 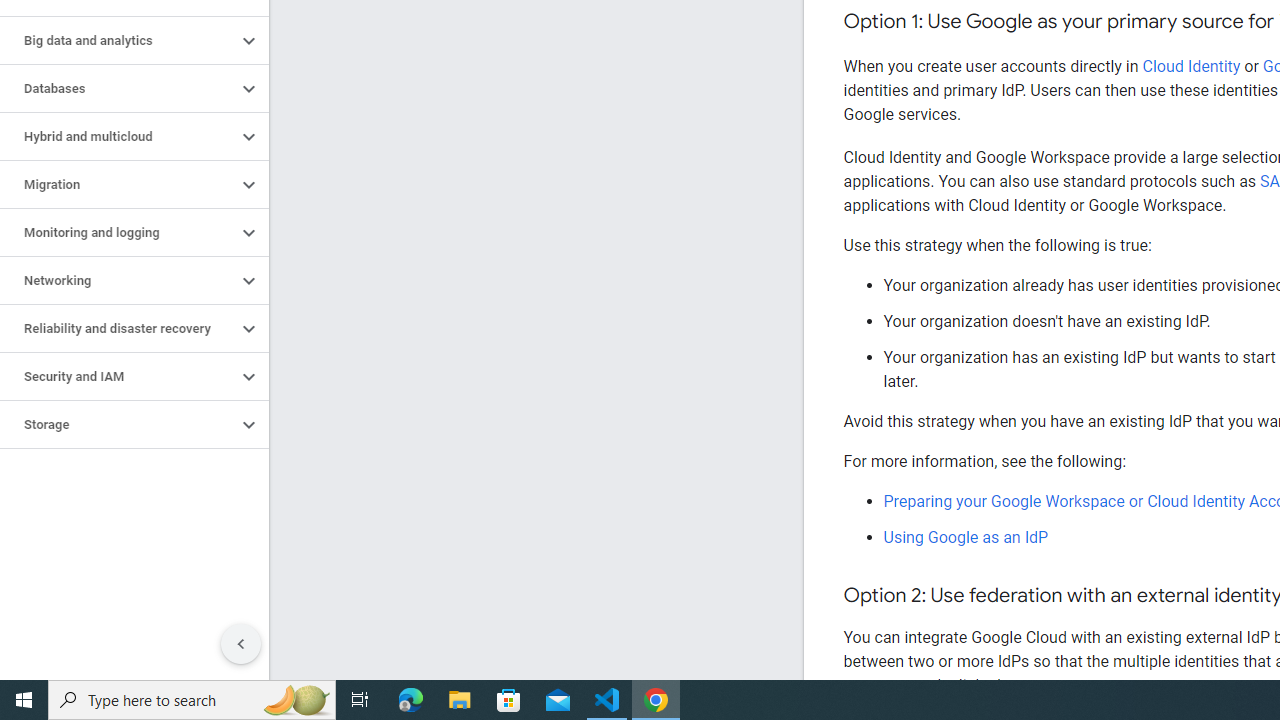 What do you see at coordinates (240, 644) in the screenshot?
I see `'Hide side navigation'` at bounding box center [240, 644].